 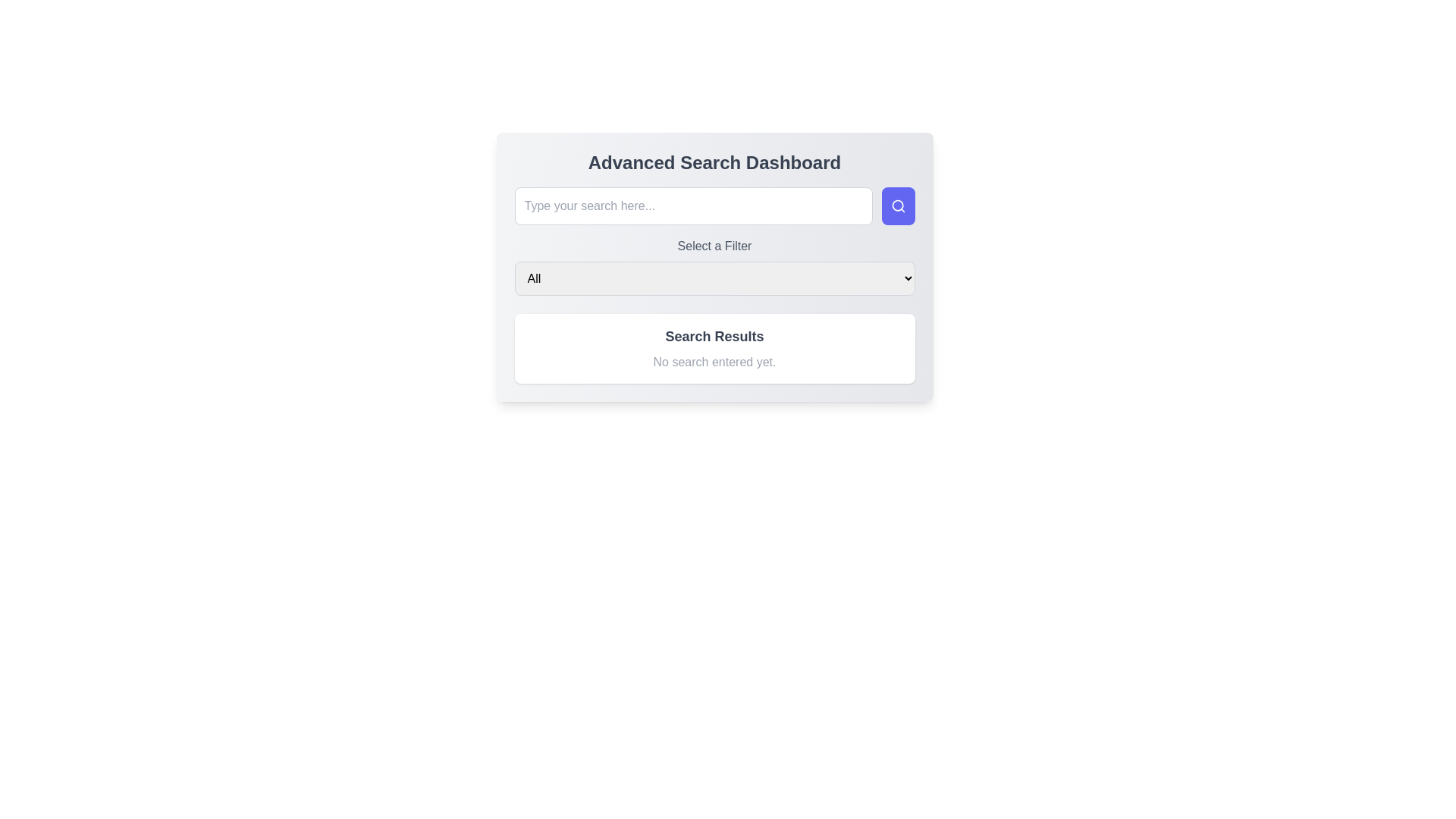 What do you see at coordinates (898, 206) in the screenshot?
I see `the search icon, which is a white magnifying glass on a blue circular background, located adjacent to the search input field labeled 'Type your search here...'` at bounding box center [898, 206].